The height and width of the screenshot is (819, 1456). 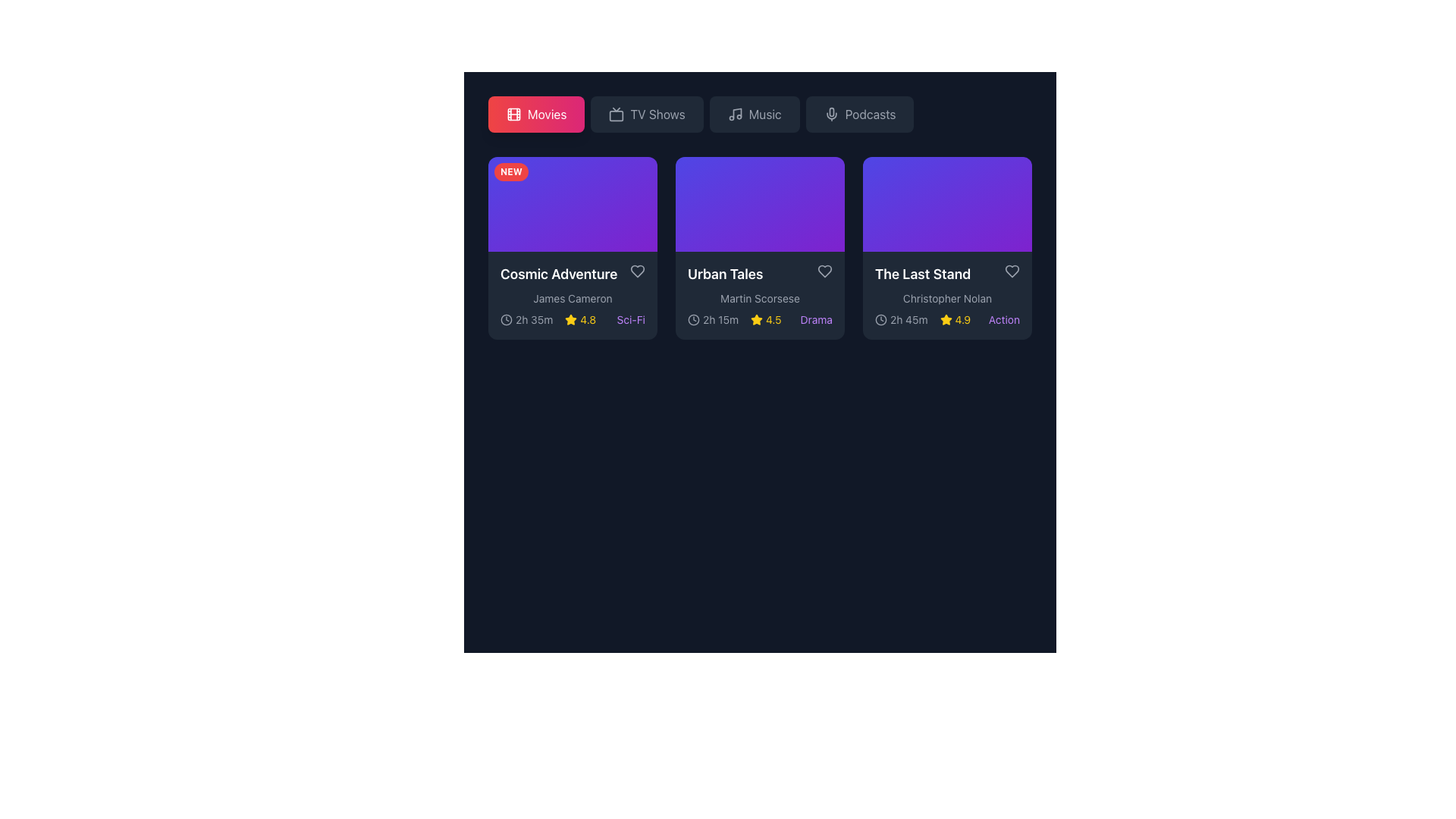 I want to click on text displaying the numerical value '4.5' styled in yellow color, which is part of the rating display layout under the genre label 'Drama' in the 'Urban Tales' card, so click(x=773, y=319).